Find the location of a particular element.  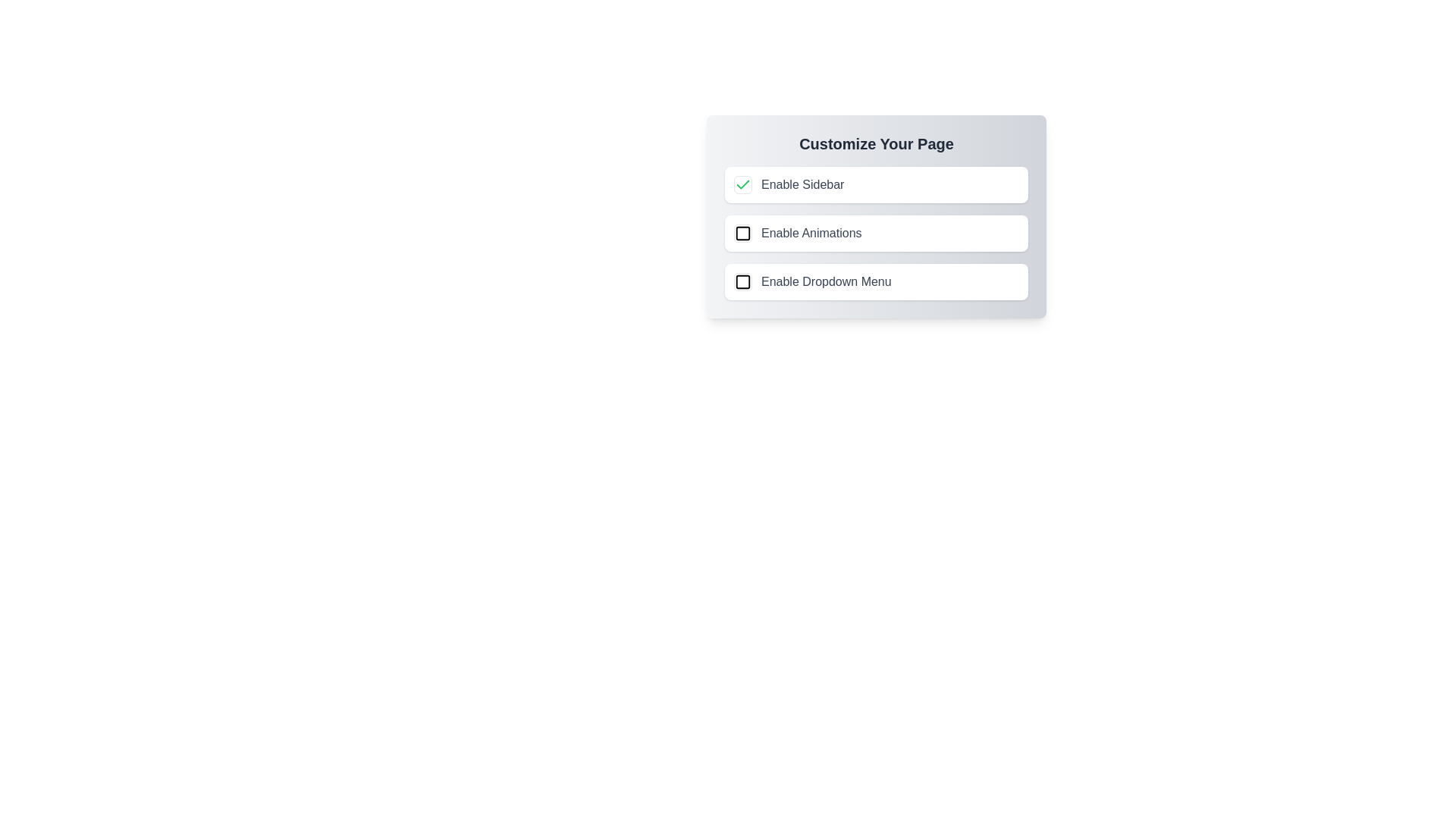

the descriptive text label for the toggleable feature in the settings menu, located beneath 'Enable Sidebar' and above 'Enable Dropdown Menu' is located at coordinates (811, 234).